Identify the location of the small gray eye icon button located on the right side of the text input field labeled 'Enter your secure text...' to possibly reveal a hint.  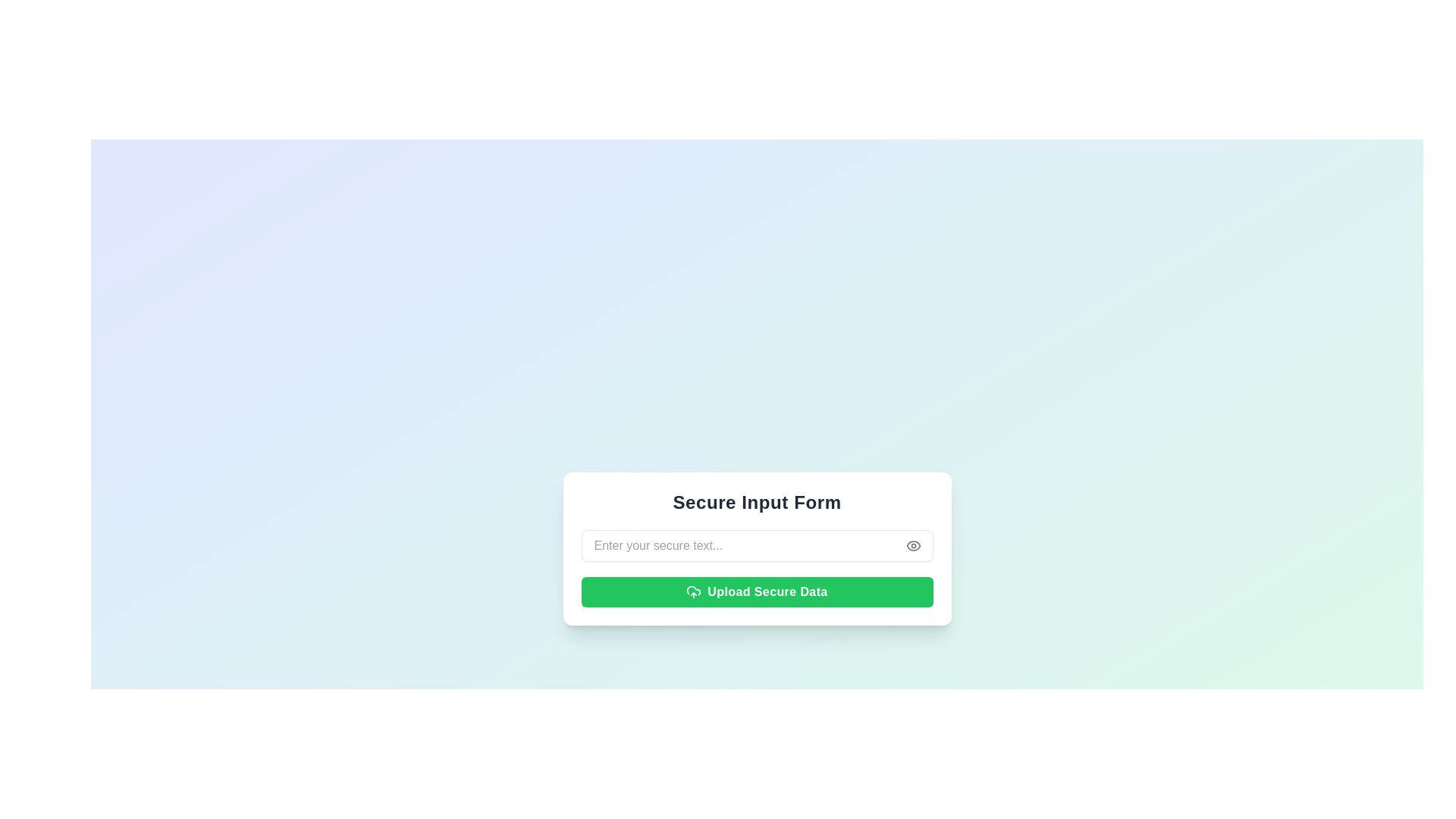
(912, 546).